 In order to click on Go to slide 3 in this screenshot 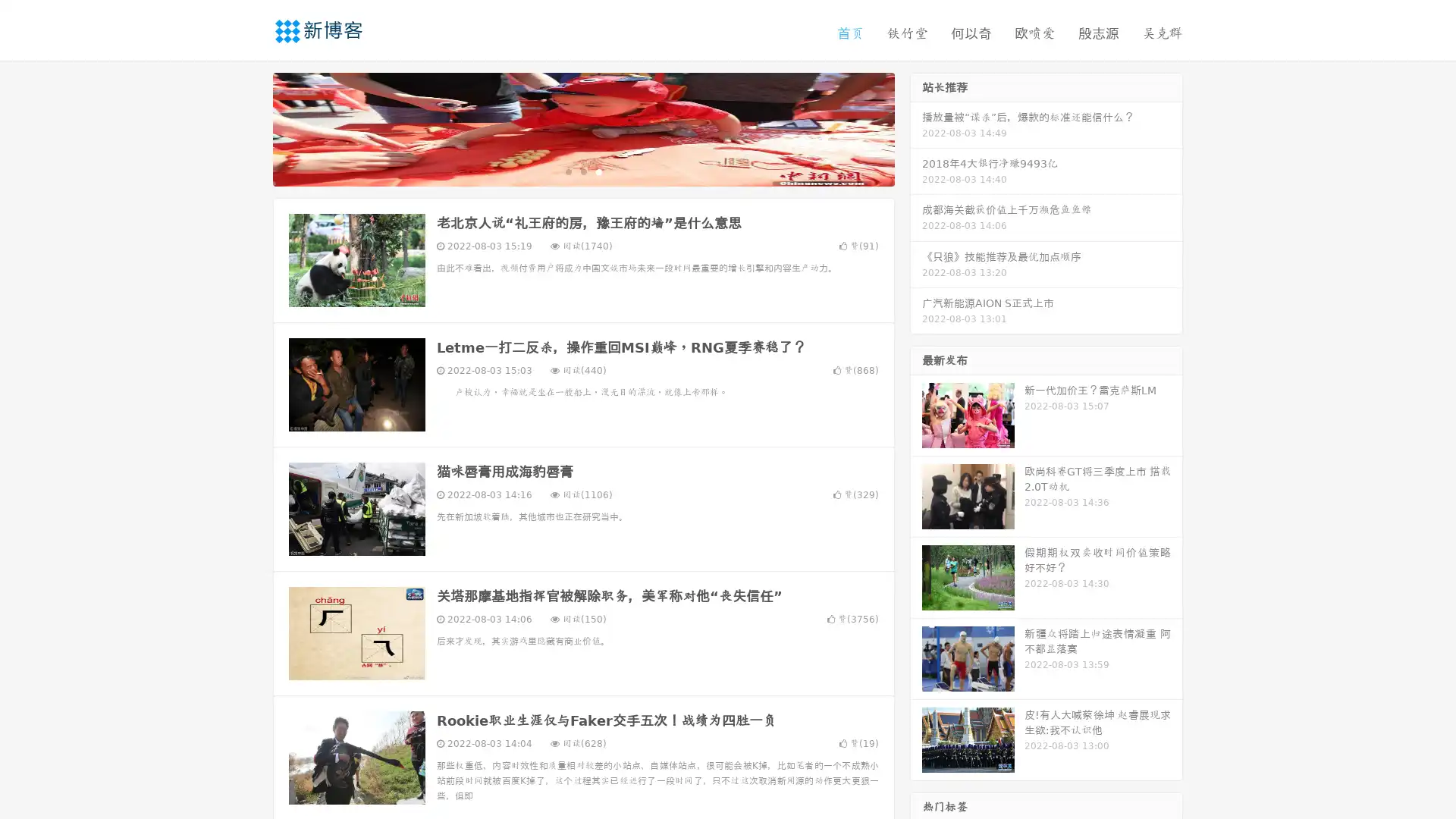, I will do `click(598, 171)`.